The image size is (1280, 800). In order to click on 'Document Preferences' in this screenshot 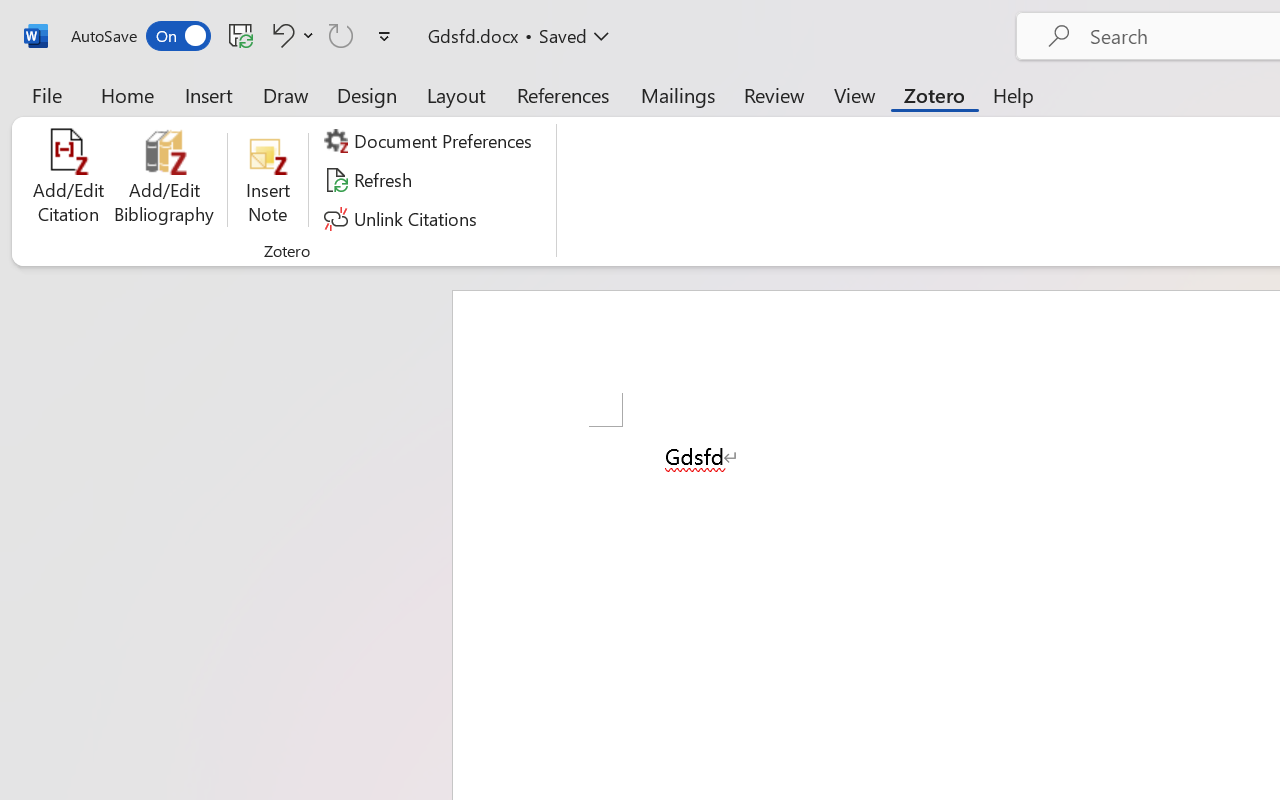, I will do `click(430, 141)`.